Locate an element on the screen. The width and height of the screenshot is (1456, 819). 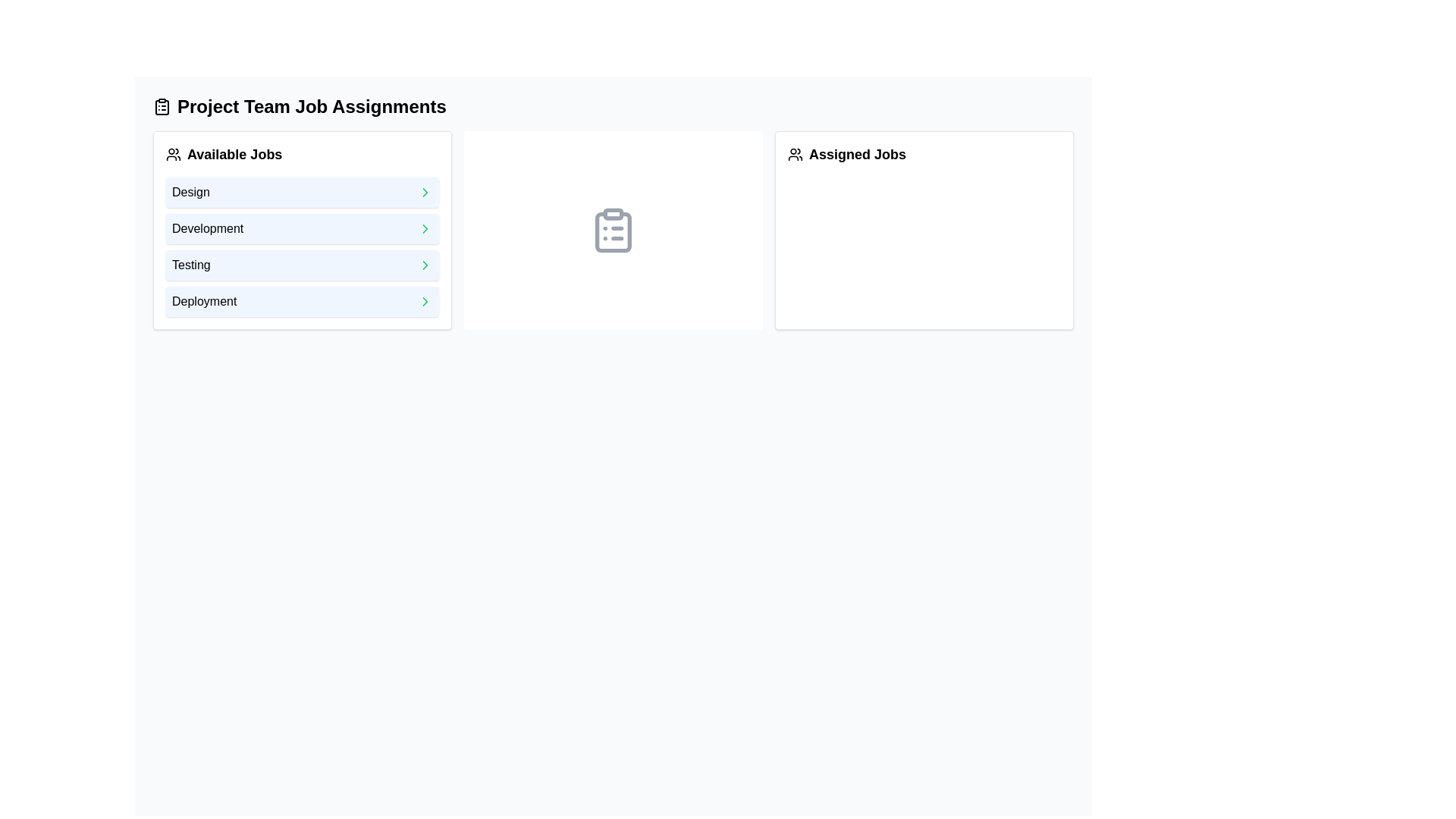
the text label displaying 'Deployment', which is the last item in the 'Available Jobs' list styled in bold black text against a light background is located at coordinates (203, 301).